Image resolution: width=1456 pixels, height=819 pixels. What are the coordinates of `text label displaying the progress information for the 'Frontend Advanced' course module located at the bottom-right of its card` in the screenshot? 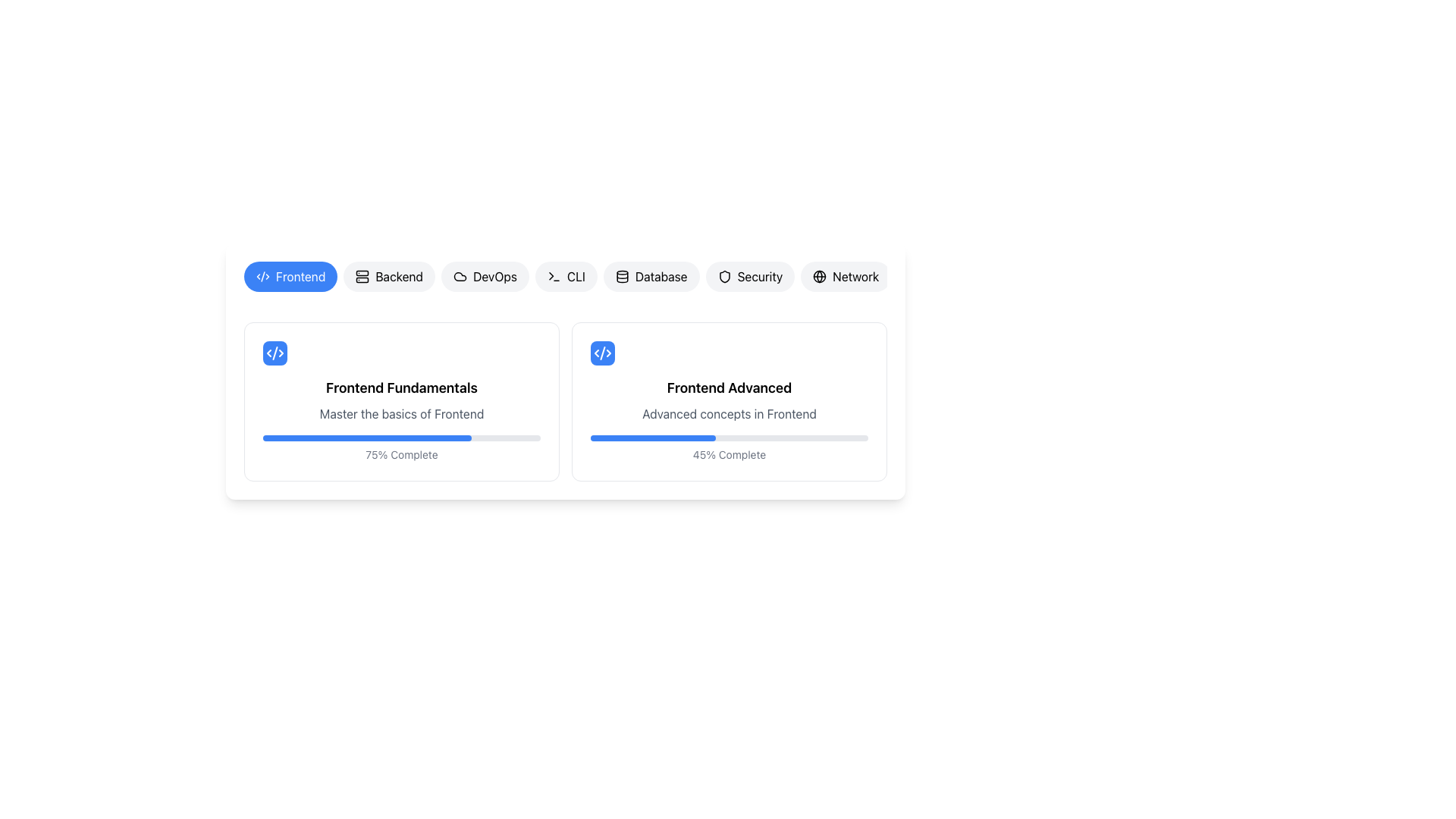 It's located at (729, 454).